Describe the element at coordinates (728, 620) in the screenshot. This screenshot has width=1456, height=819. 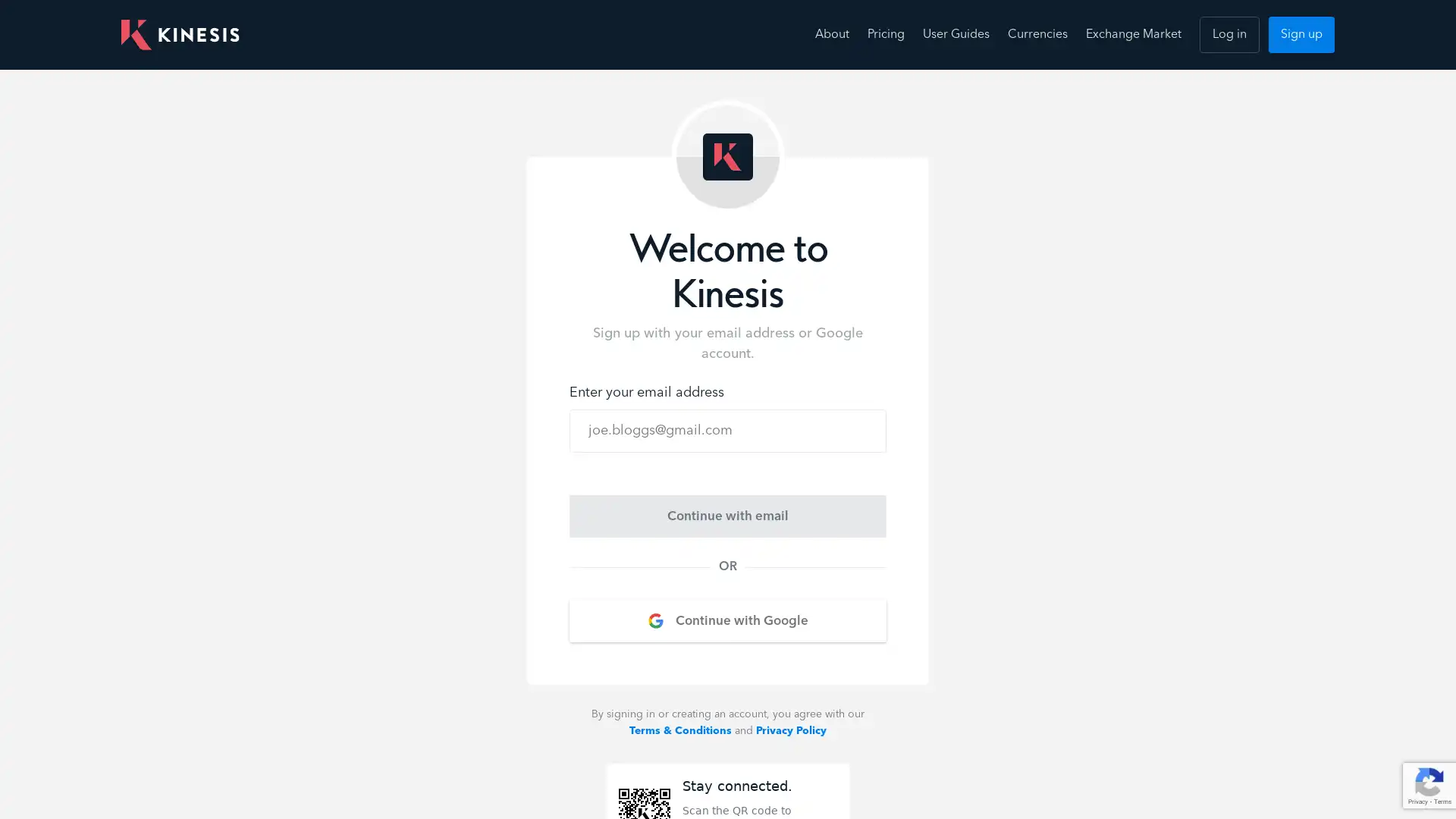
I see `Continue with Google` at that location.